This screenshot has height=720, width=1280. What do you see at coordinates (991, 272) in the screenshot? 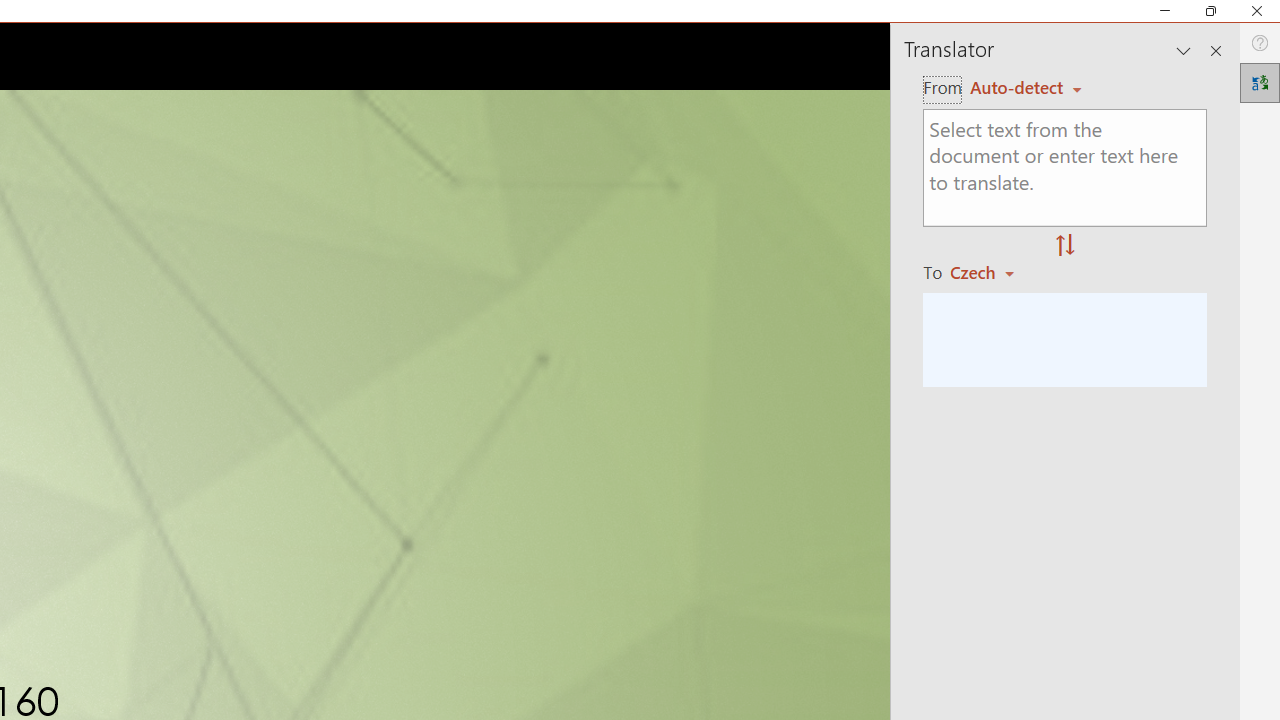
I see `'Czech'` at bounding box center [991, 272].